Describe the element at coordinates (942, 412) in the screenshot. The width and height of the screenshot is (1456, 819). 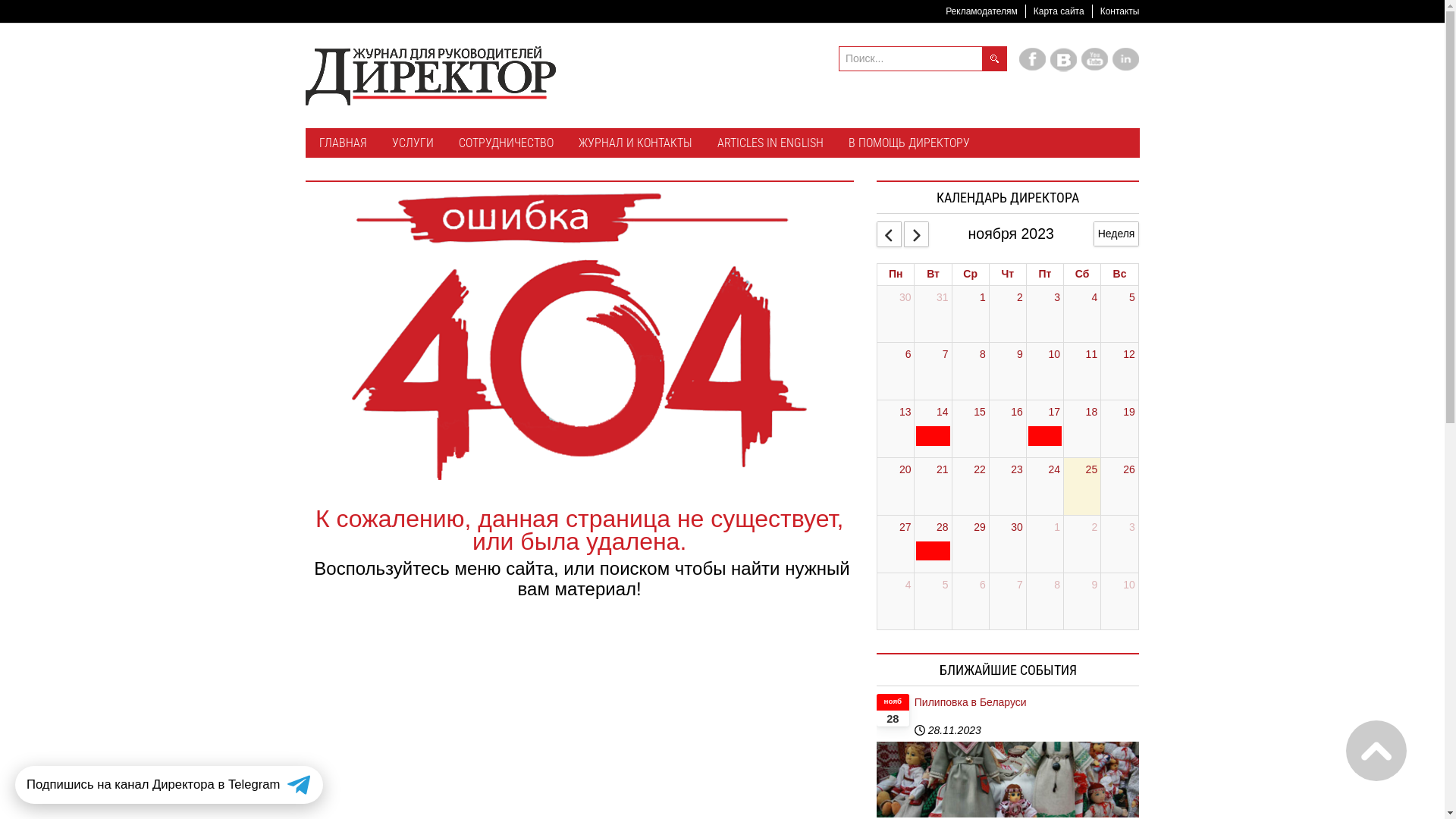
I see `'14'` at that location.